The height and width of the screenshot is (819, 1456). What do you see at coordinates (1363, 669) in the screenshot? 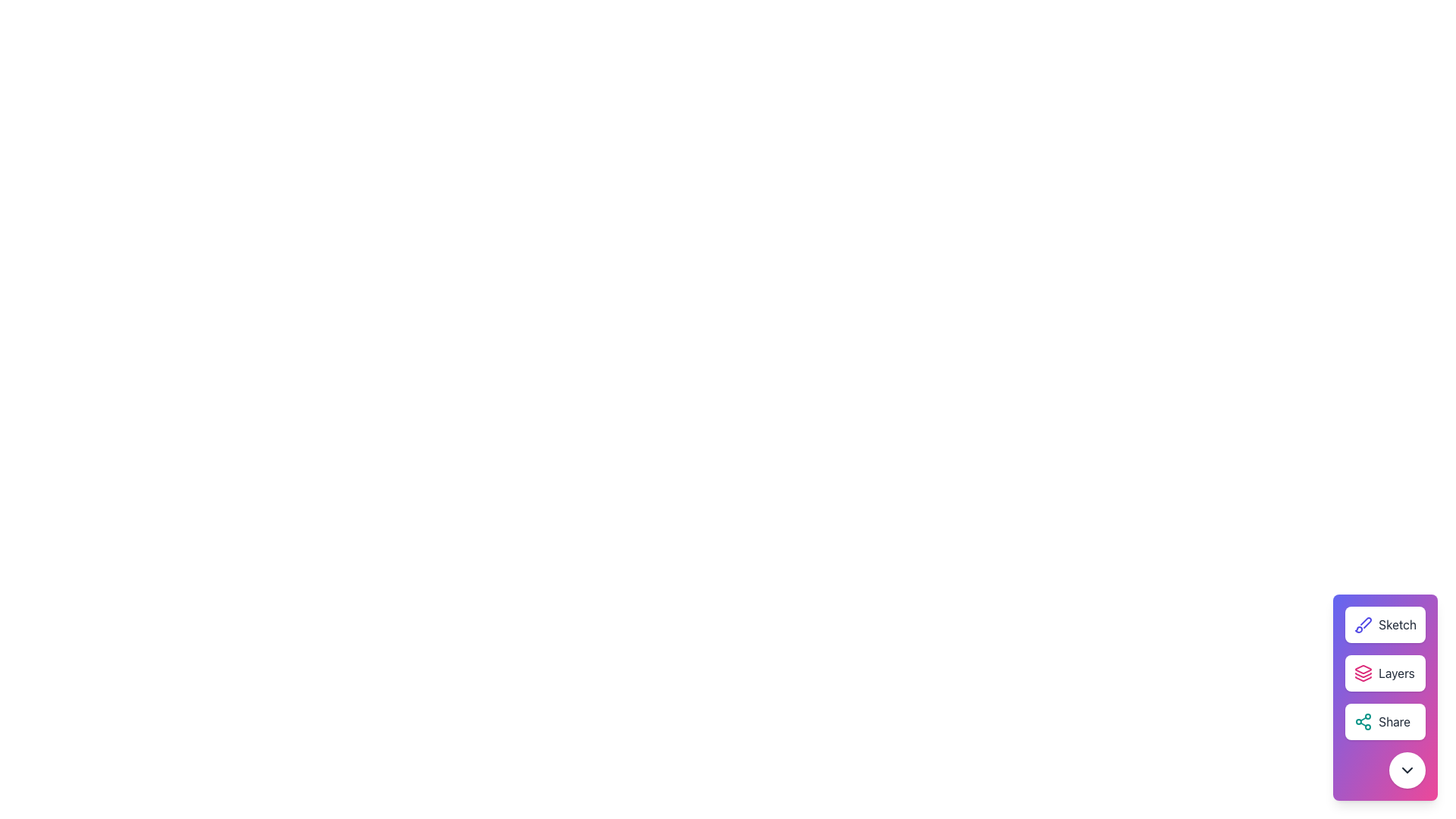
I see `the topmost icon representing layers in the 'Layers' button group on the right side of the interface` at bounding box center [1363, 669].